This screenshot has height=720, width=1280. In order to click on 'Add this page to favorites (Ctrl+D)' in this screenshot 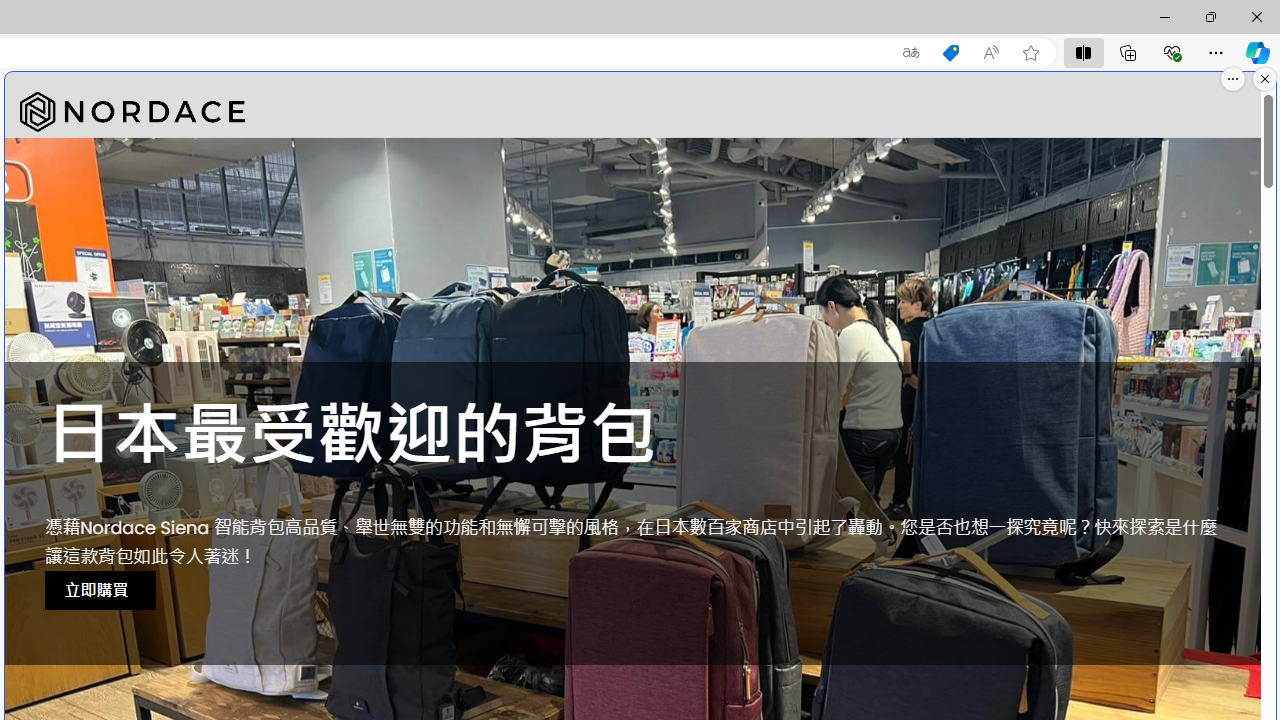, I will do `click(1031, 52)`.